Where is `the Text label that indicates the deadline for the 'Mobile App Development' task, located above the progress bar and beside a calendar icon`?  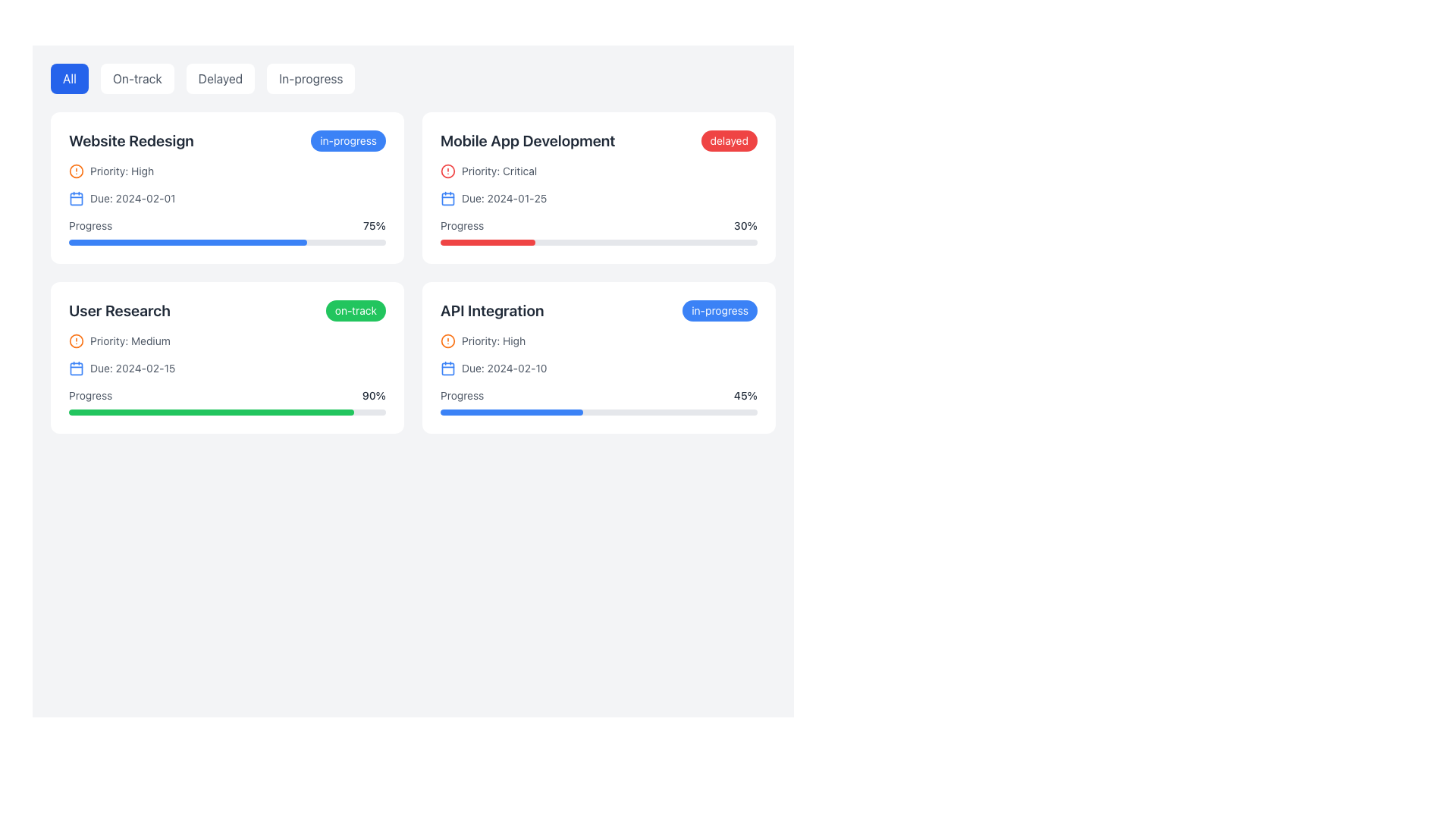 the Text label that indicates the deadline for the 'Mobile App Development' task, located above the progress bar and beside a calendar icon is located at coordinates (504, 198).